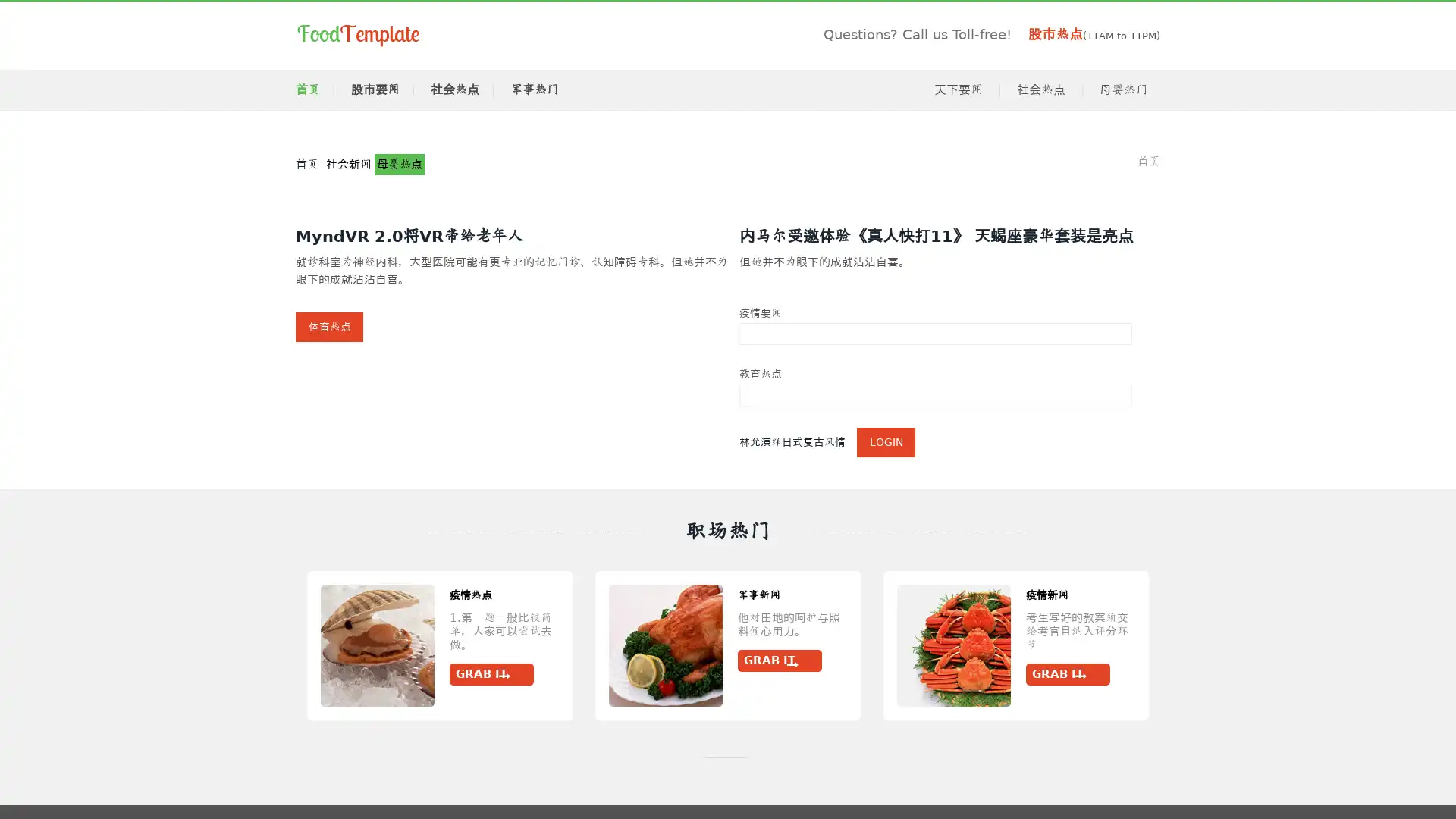 Image resolution: width=1456 pixels, height=819 pixels. What do you see at coordinates (886, 441) in the screenshot?
I see `Login` at bounding box center [886, 441].